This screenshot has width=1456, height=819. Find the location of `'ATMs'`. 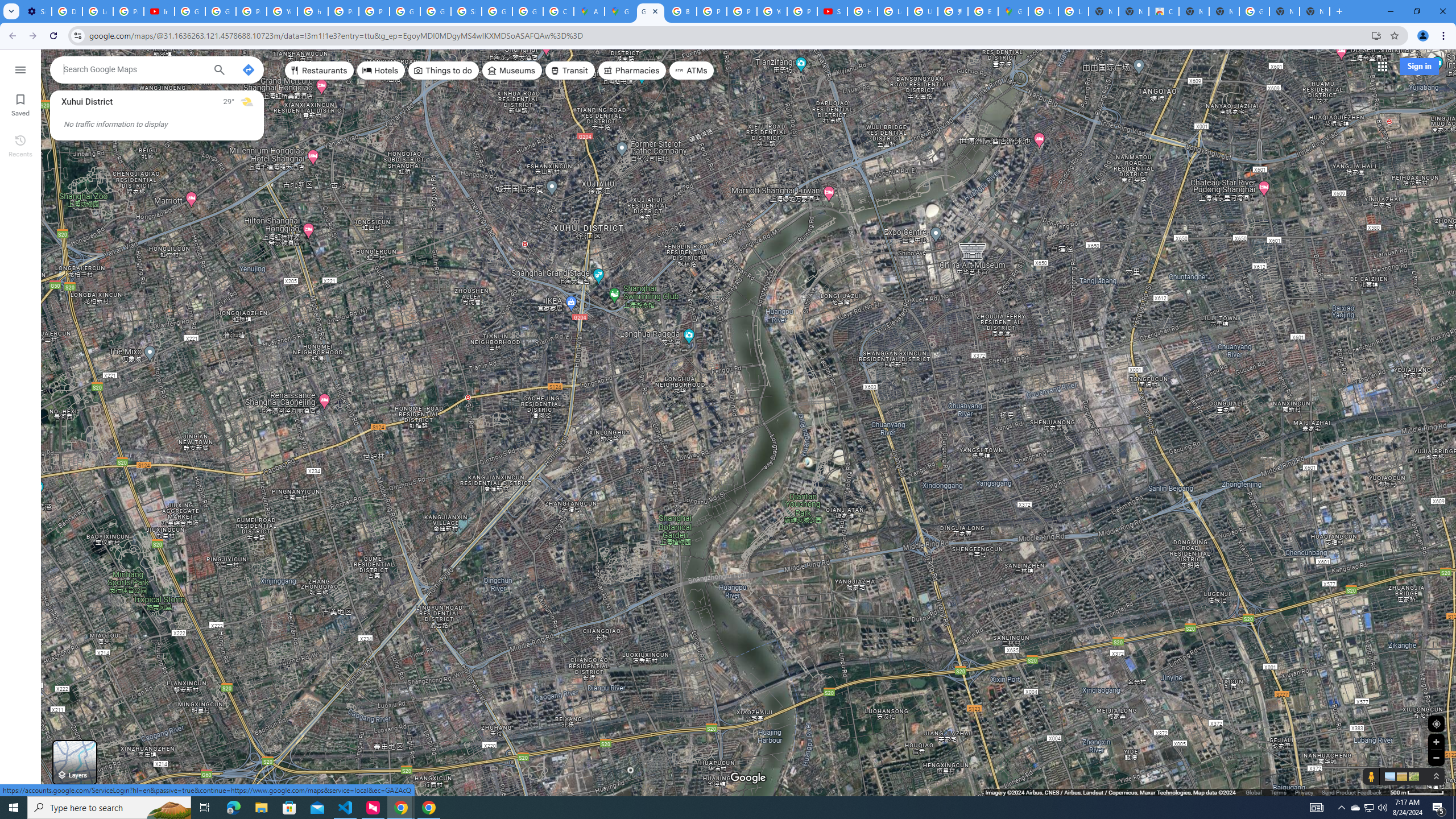

'ATMs' is located at coordinates (692, 69).